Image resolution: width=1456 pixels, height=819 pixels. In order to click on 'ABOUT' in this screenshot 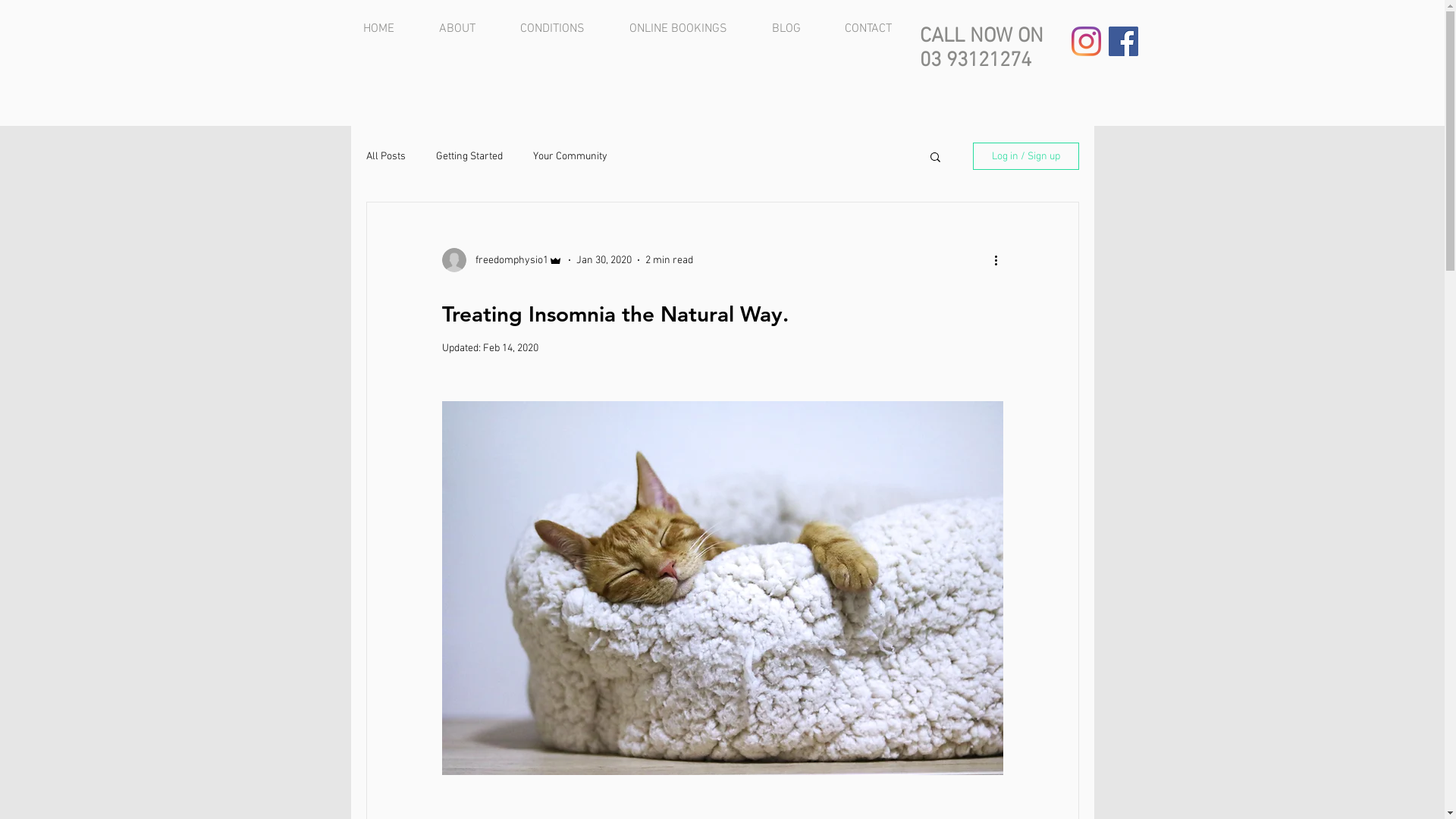, I will do `click(467, 29)`.